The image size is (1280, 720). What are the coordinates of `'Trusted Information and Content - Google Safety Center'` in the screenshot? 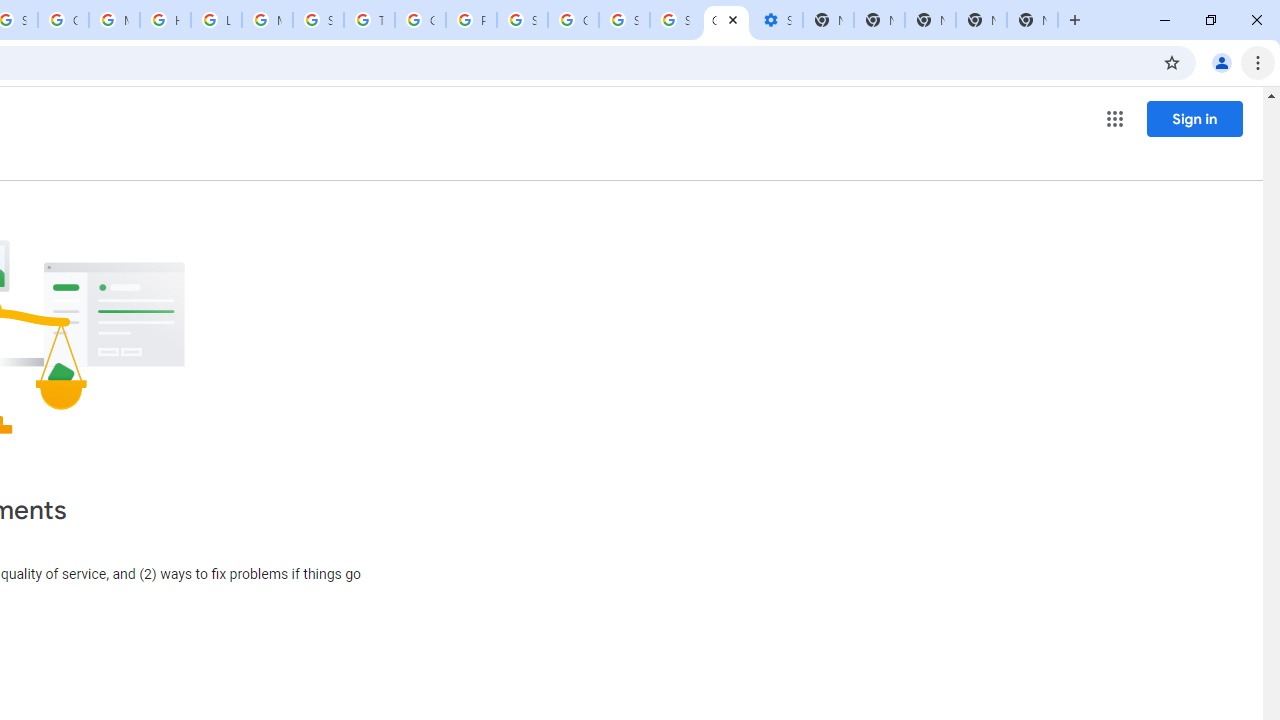 It's located at (369, 20).